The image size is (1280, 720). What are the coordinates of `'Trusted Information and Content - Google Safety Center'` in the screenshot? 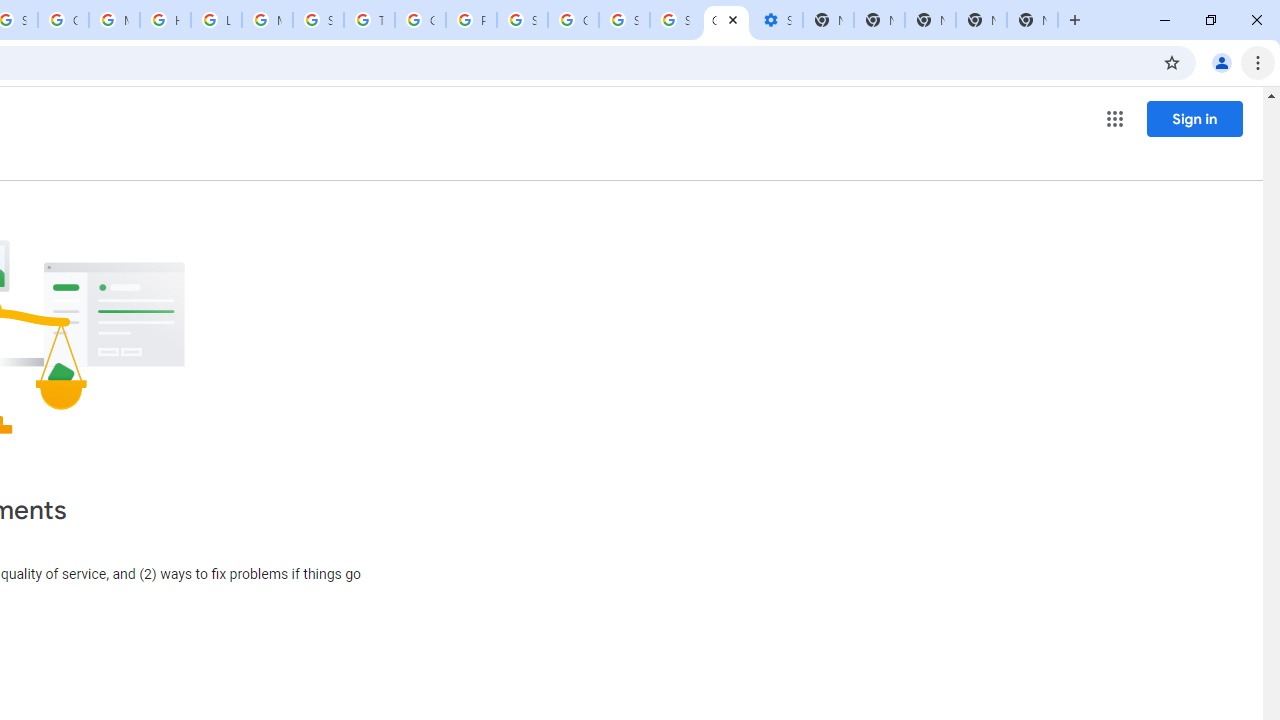 It's located at (369, 20).